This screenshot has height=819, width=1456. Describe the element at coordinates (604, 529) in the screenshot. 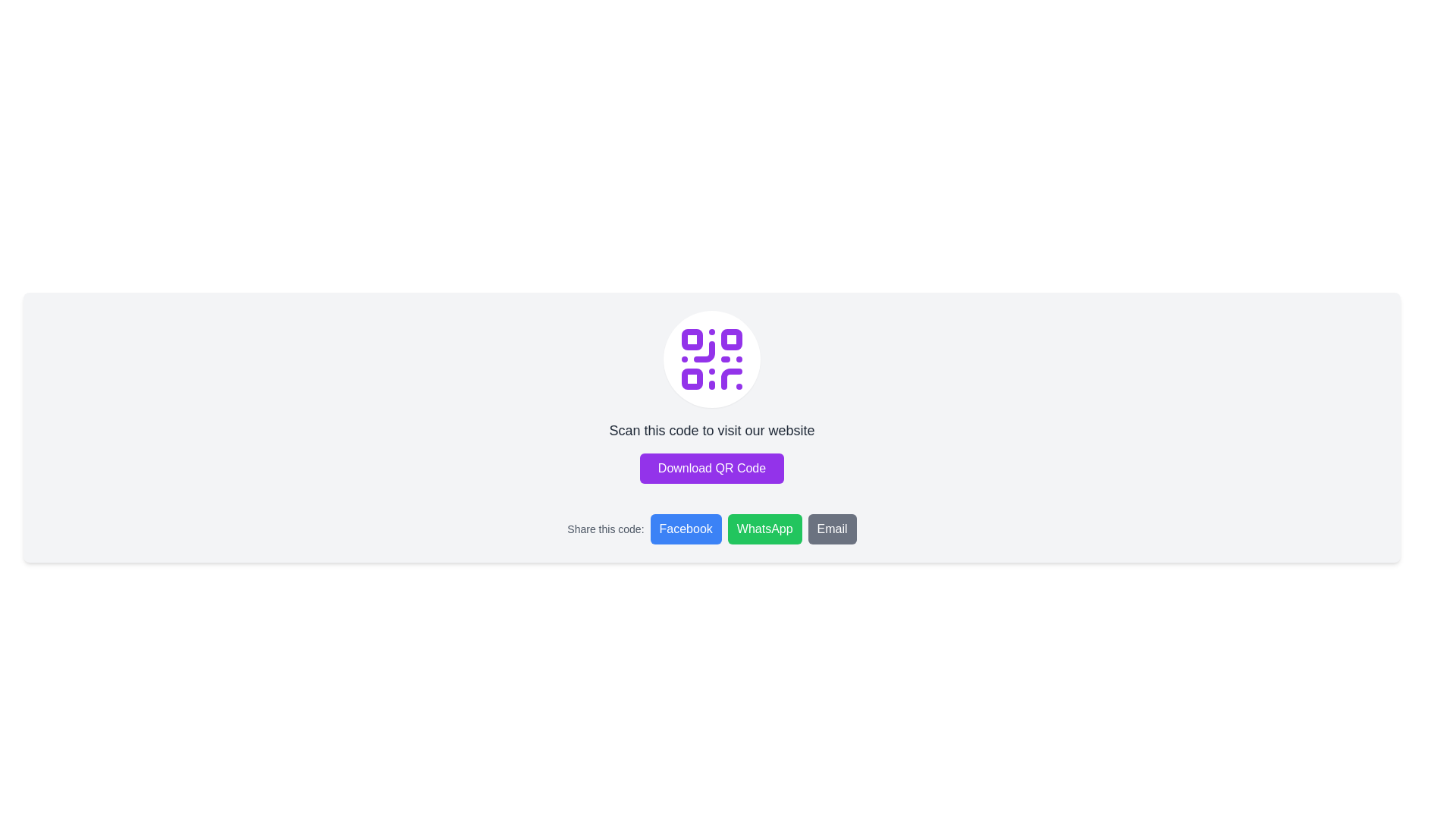

I see `label that says 'Share this code:' which is located slightly left-aligned in the bottom section of the interface, preceding the sharing buttons` at that location.